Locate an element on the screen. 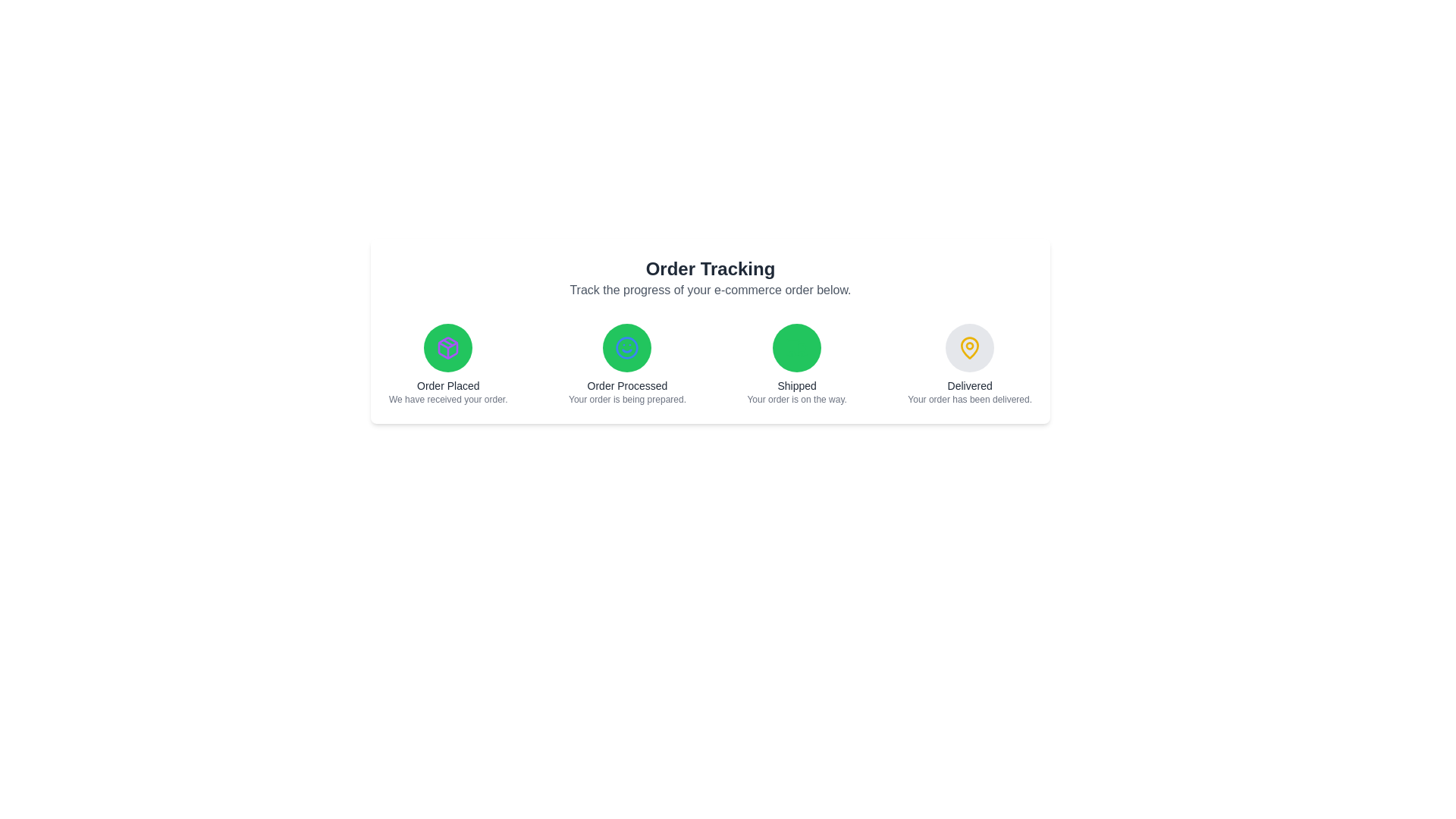 The image size is (1456, 819). the delivery status by focusing on the fourth and final status indicator in the progress tracker, which visually confirms that the order has been successfully delivered is located at coordinates (969, 365).